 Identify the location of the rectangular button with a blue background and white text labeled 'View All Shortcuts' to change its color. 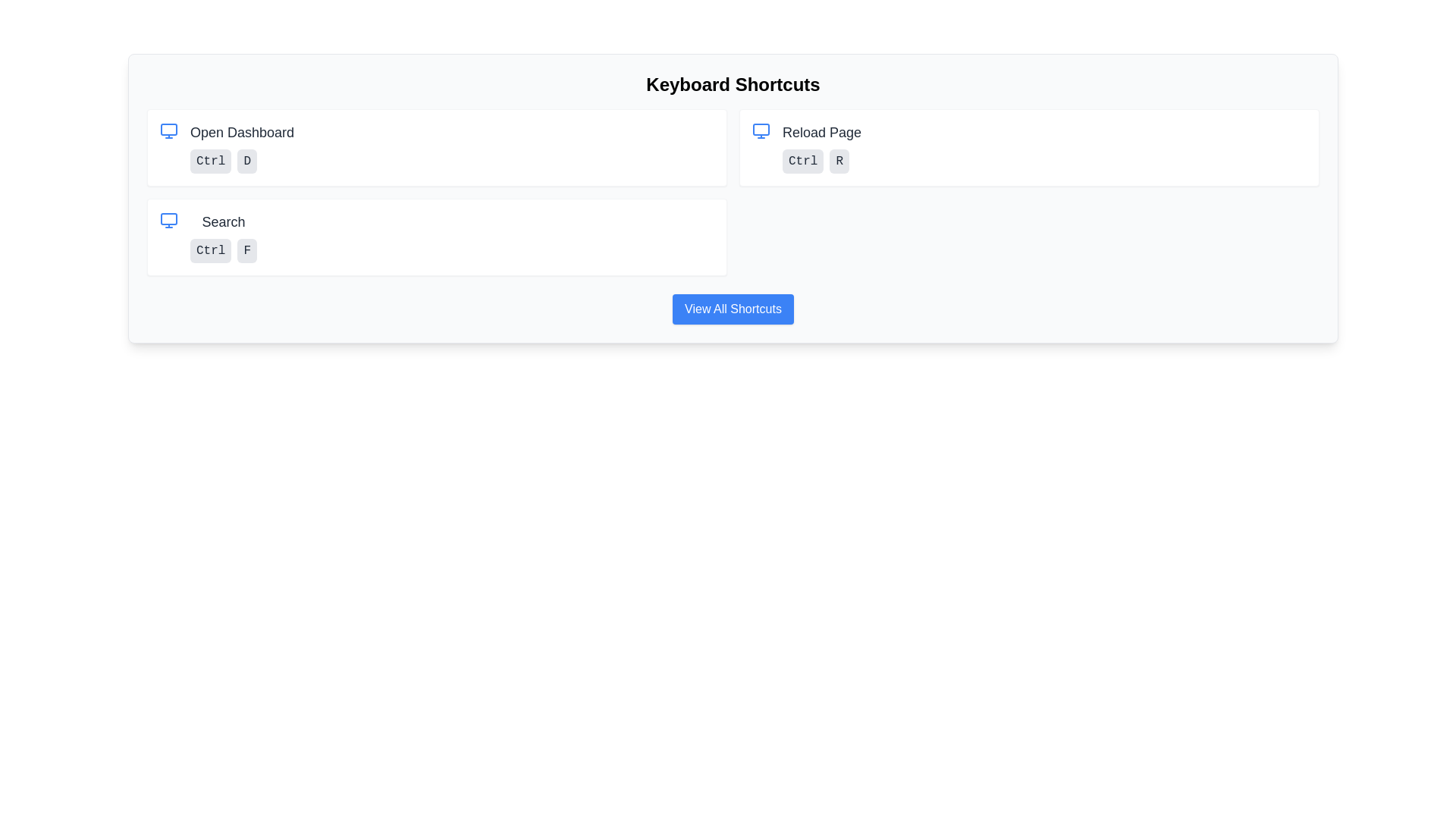
(733, 309).